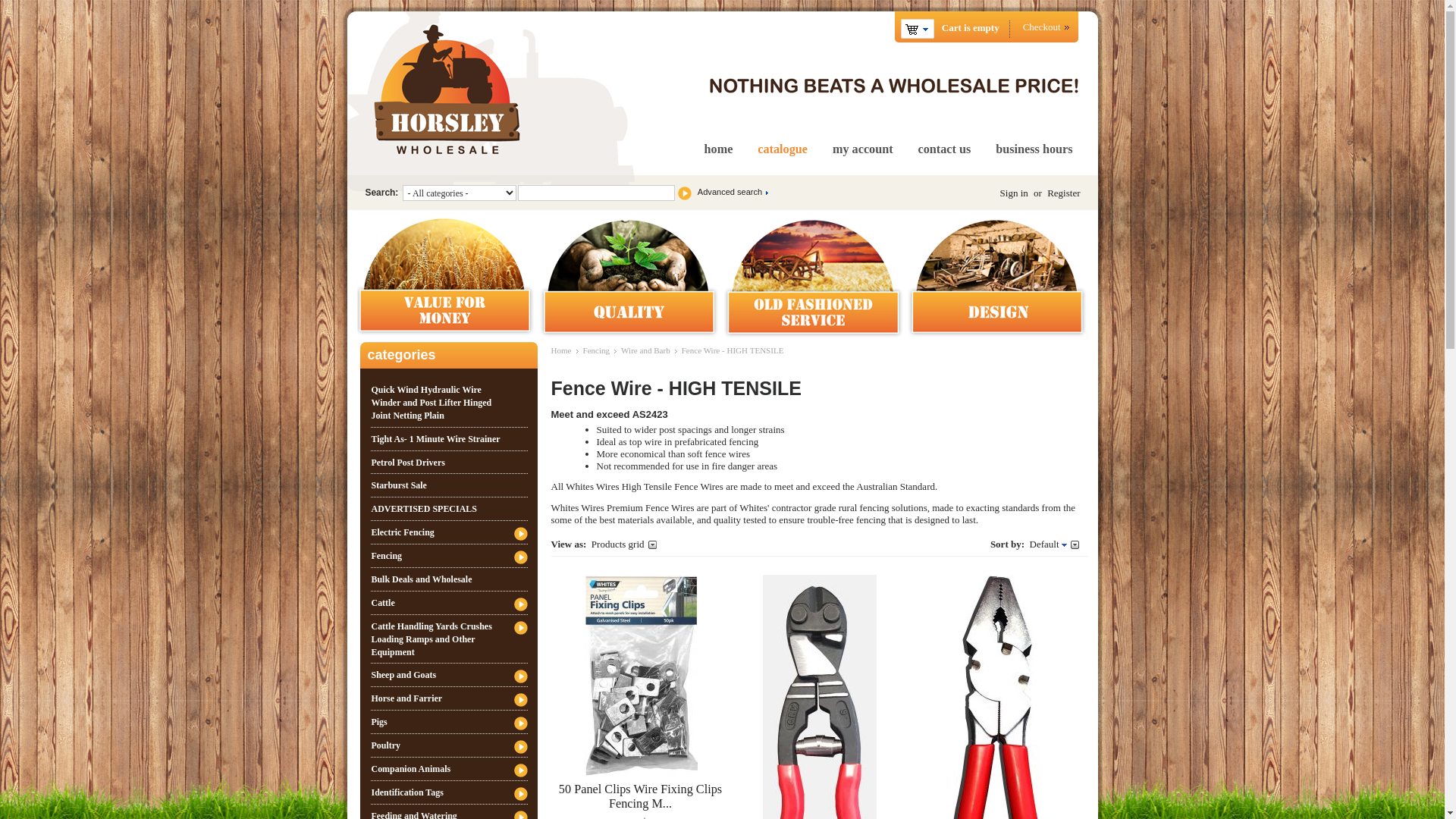 The width and height of the screenshot is (1456, 819). What do you see at coordinates (917, 149) in the screenshot?
I see `'contact us'` at bounding box center [917, 149].